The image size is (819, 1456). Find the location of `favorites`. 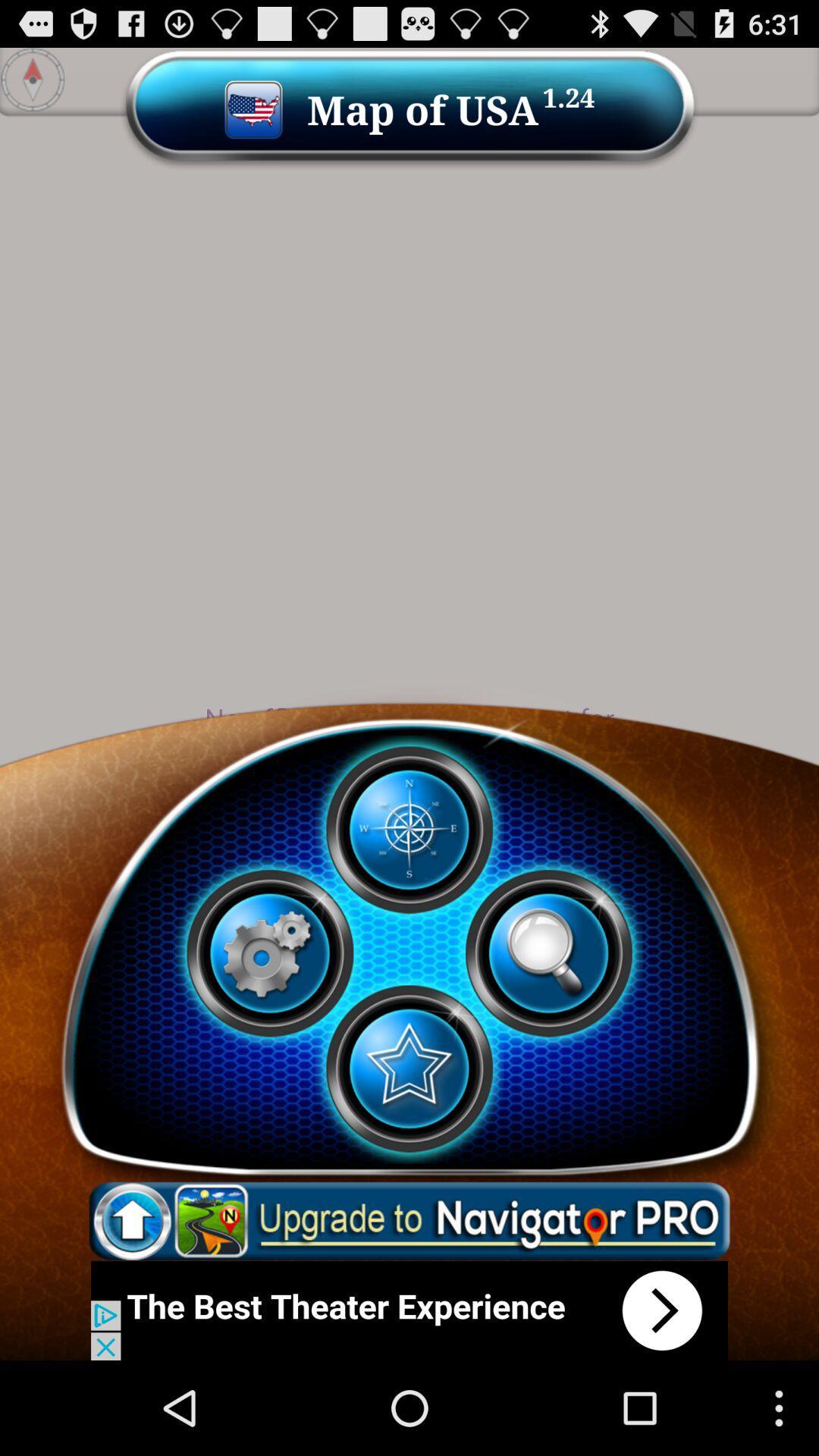

favorites is located at coordinates (408, 1068).